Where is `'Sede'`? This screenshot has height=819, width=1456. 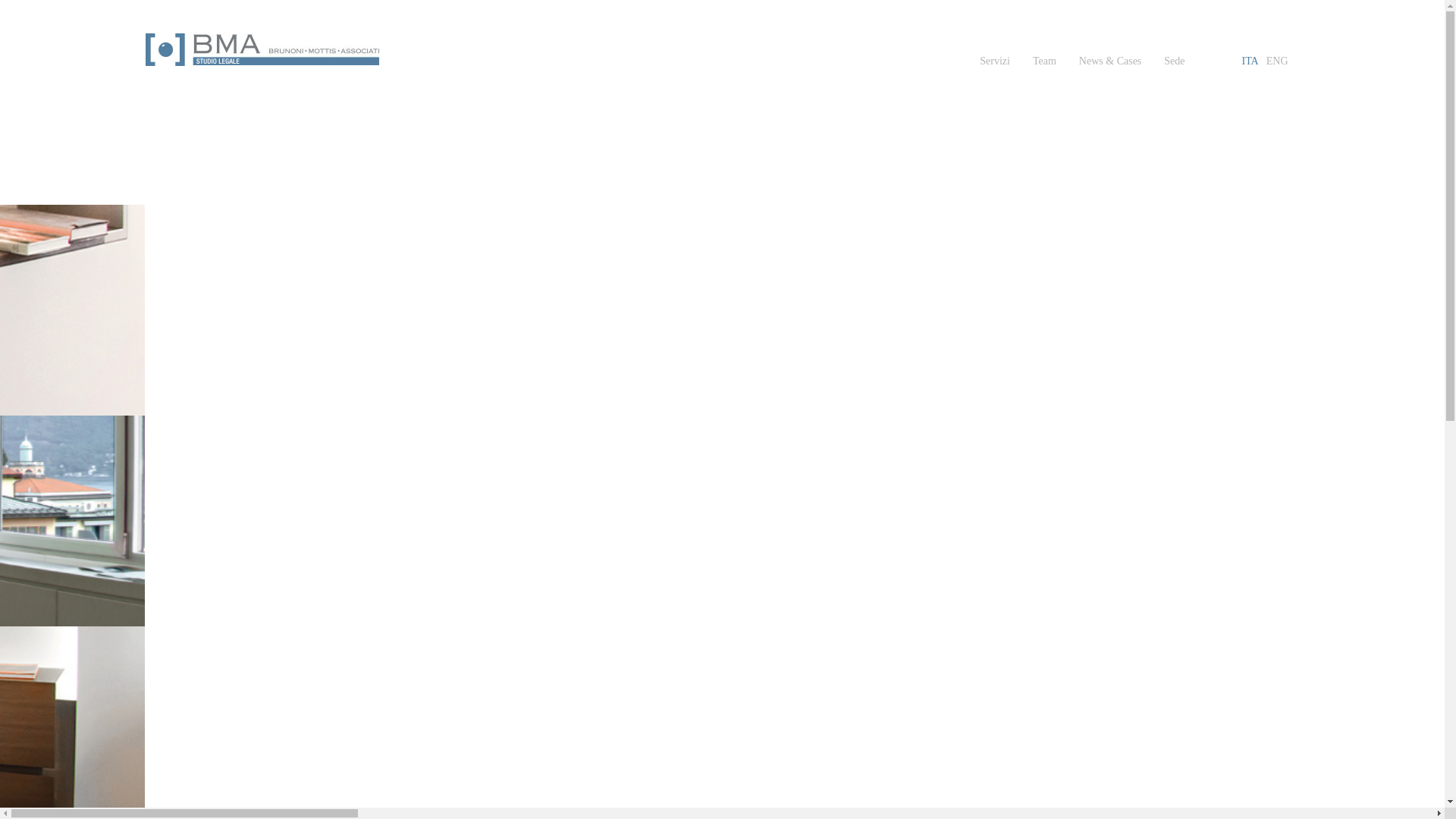 'Sede' is located at coordinates (1173, 61).